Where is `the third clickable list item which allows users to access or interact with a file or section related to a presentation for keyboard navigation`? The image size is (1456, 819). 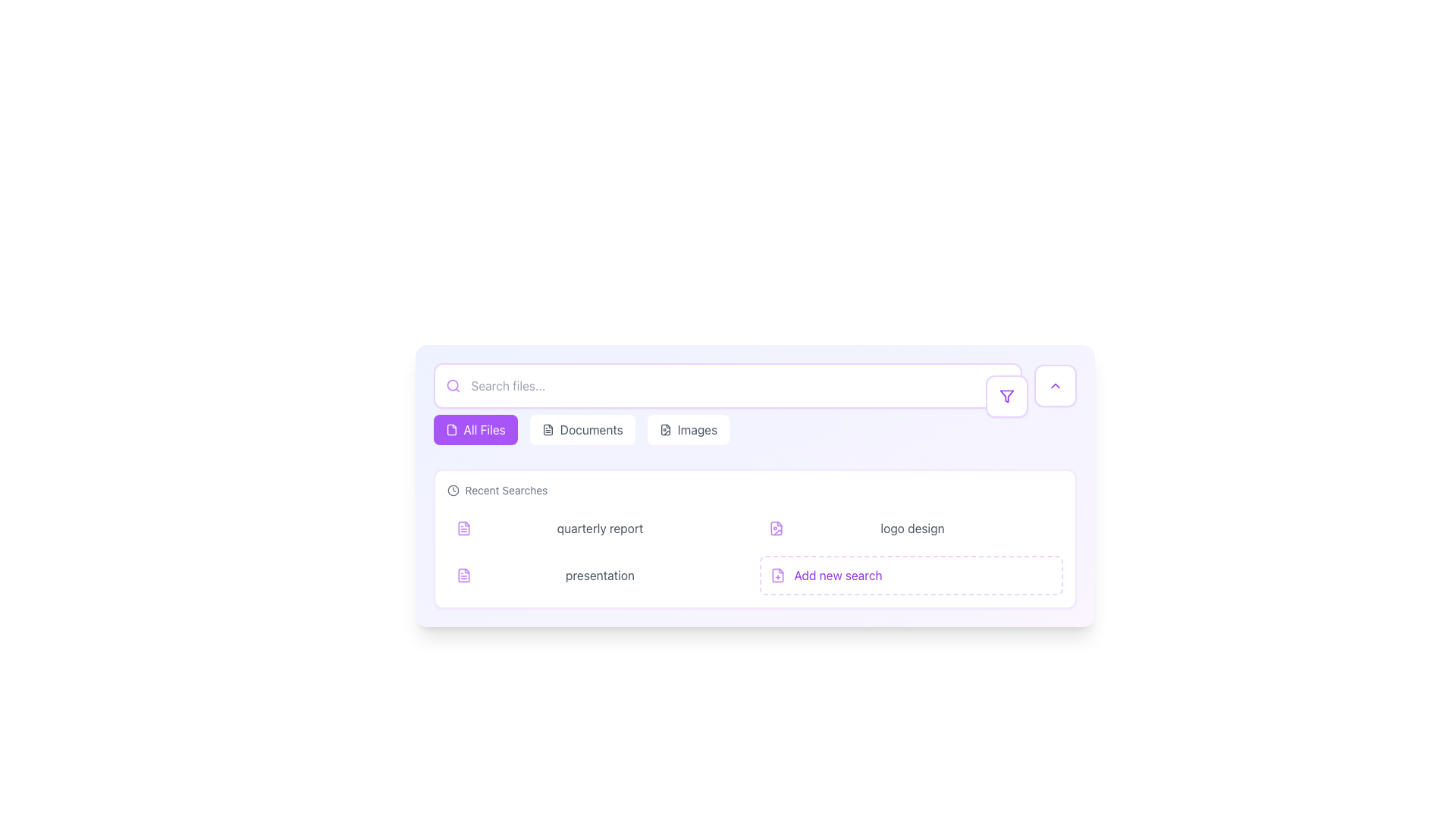
the third clickable list item which allows users to access or interact with a file or section related to a presentation for keyboard navigation is located at coordinates (598, 576).